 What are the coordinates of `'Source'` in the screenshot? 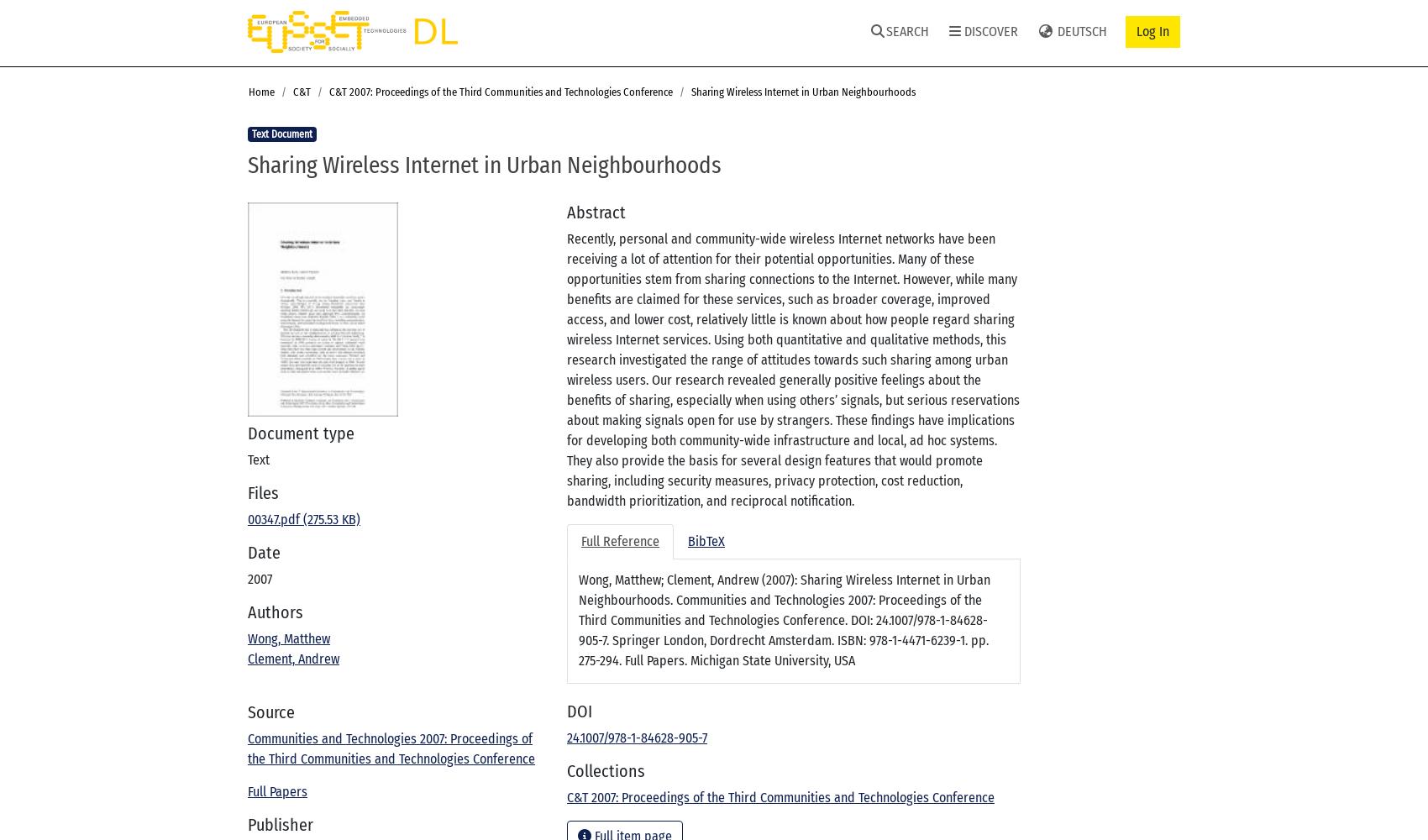 It's located at (270, 711).